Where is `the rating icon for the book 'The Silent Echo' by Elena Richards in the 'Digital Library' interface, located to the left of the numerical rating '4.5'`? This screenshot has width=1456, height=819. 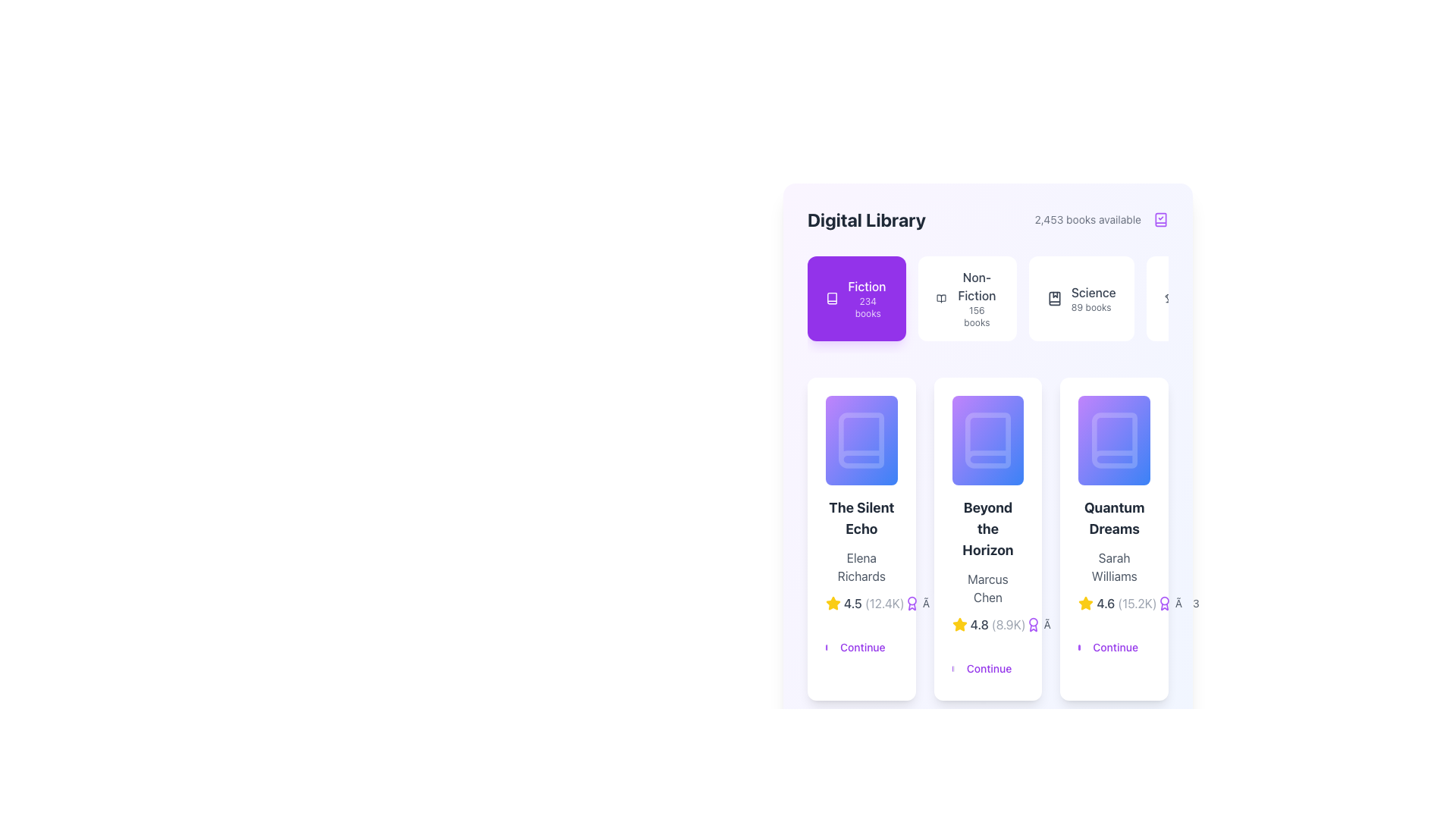
the rating icon for the book 'The Silent Echo' by Elena Richards in the 'Digital Library' interface, located to the left of the numerical rating '4.5' is located at coordinates (833, 602).